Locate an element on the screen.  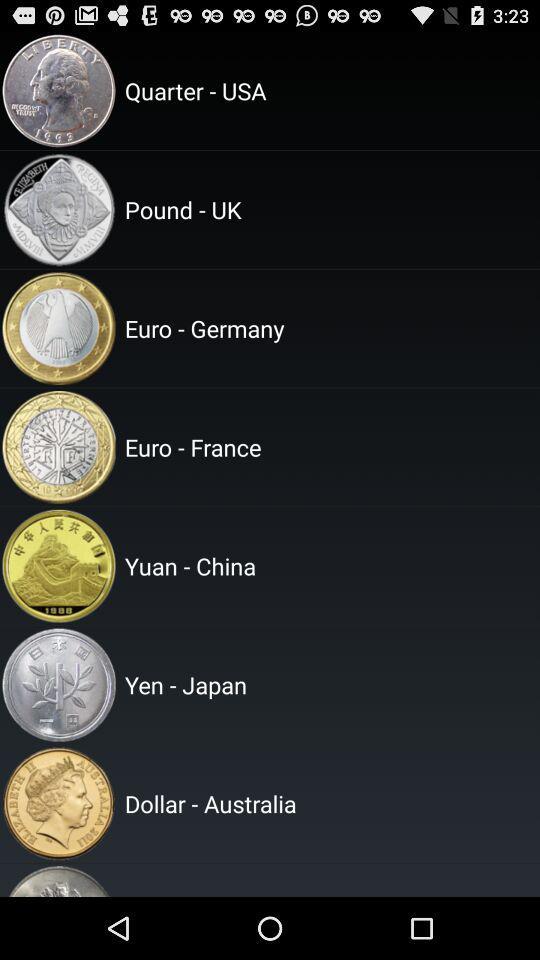
the pound - uk app is located at coordinates (329, 209).